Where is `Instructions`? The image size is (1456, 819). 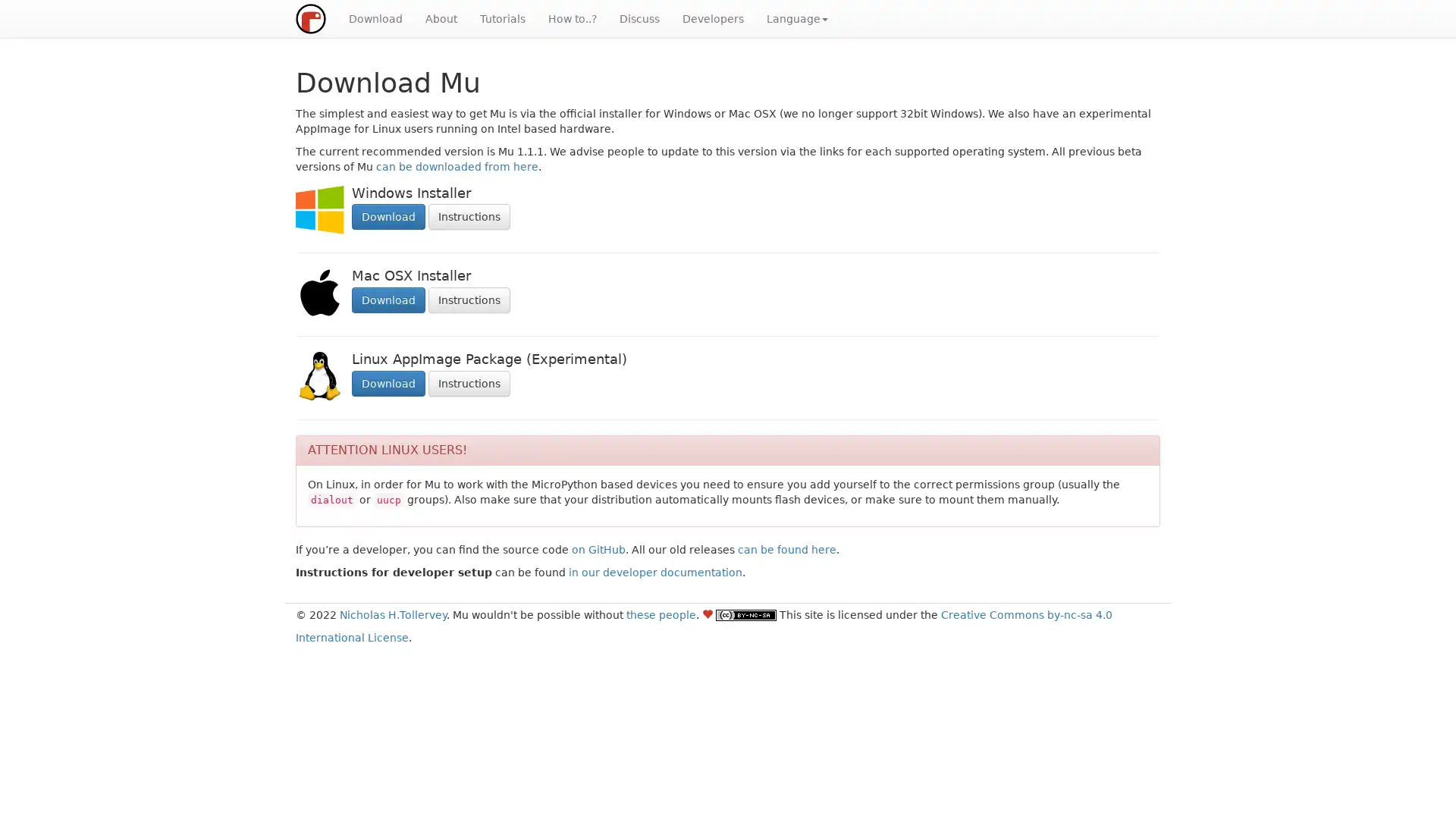
Instructions is located at coordinates (469, 300).